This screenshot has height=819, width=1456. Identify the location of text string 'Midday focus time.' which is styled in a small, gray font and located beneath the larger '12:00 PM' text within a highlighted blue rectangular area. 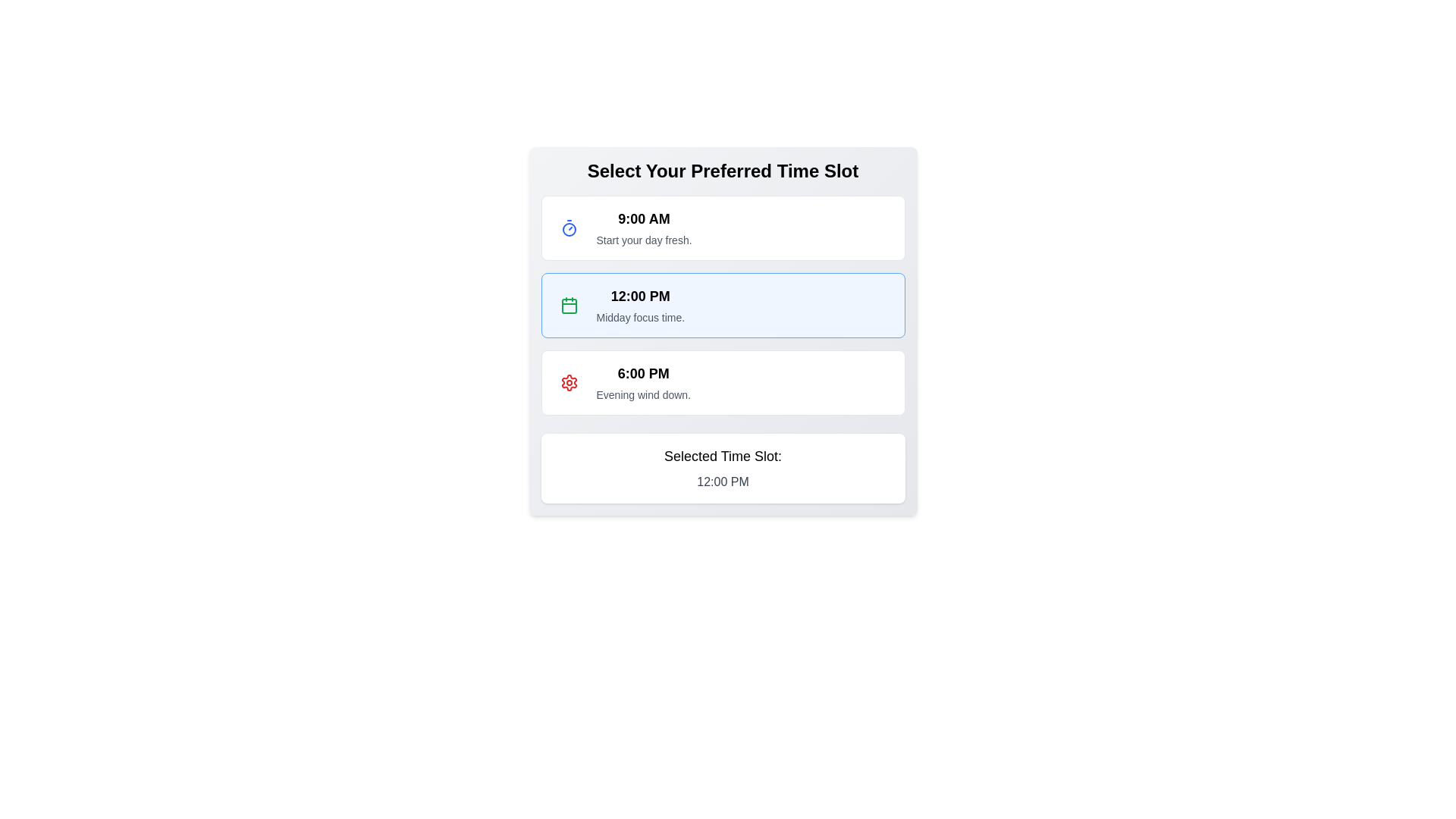
(640, 317).